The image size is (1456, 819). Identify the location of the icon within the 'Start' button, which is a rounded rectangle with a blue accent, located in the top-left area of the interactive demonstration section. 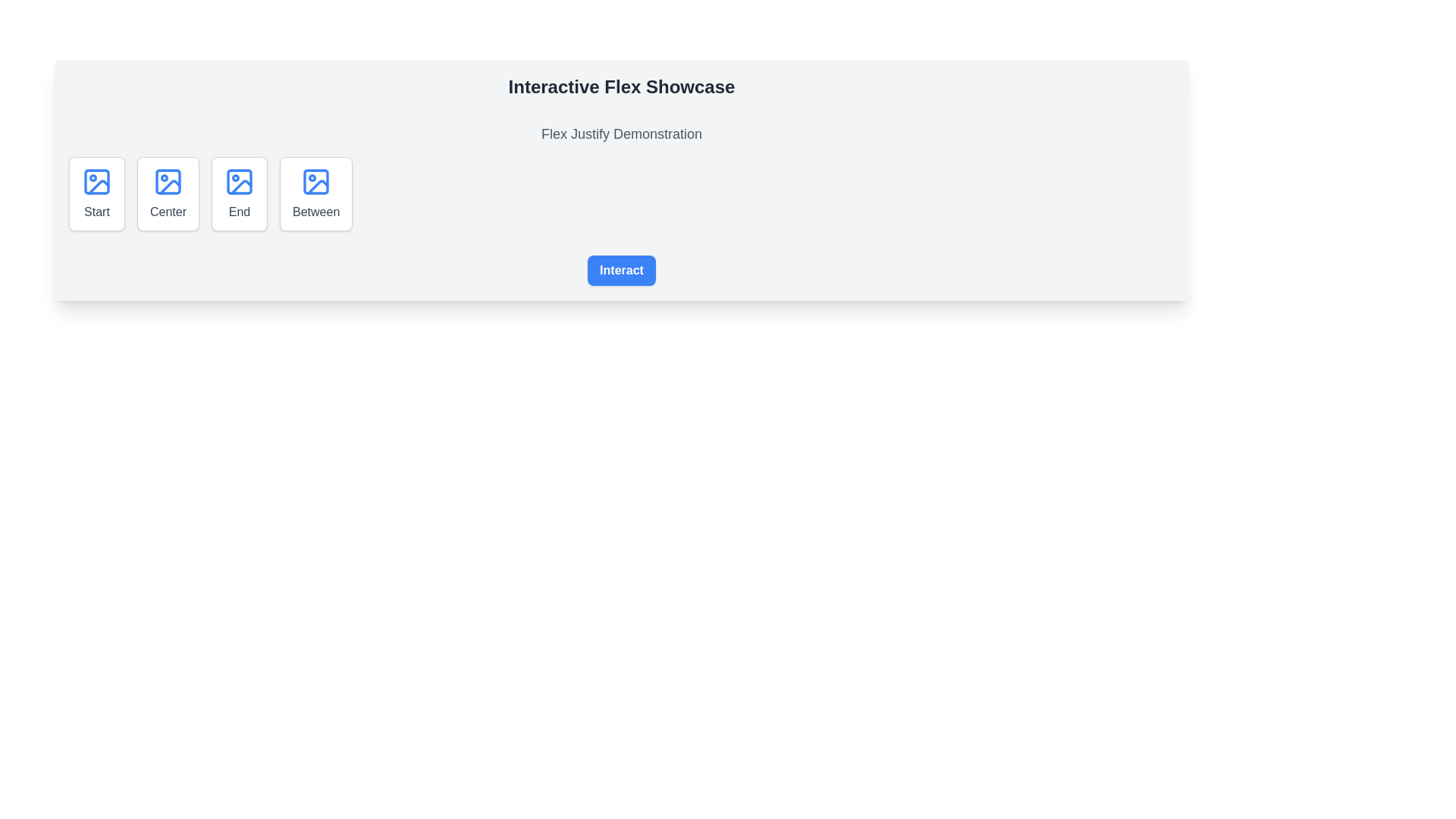
(96, 180).